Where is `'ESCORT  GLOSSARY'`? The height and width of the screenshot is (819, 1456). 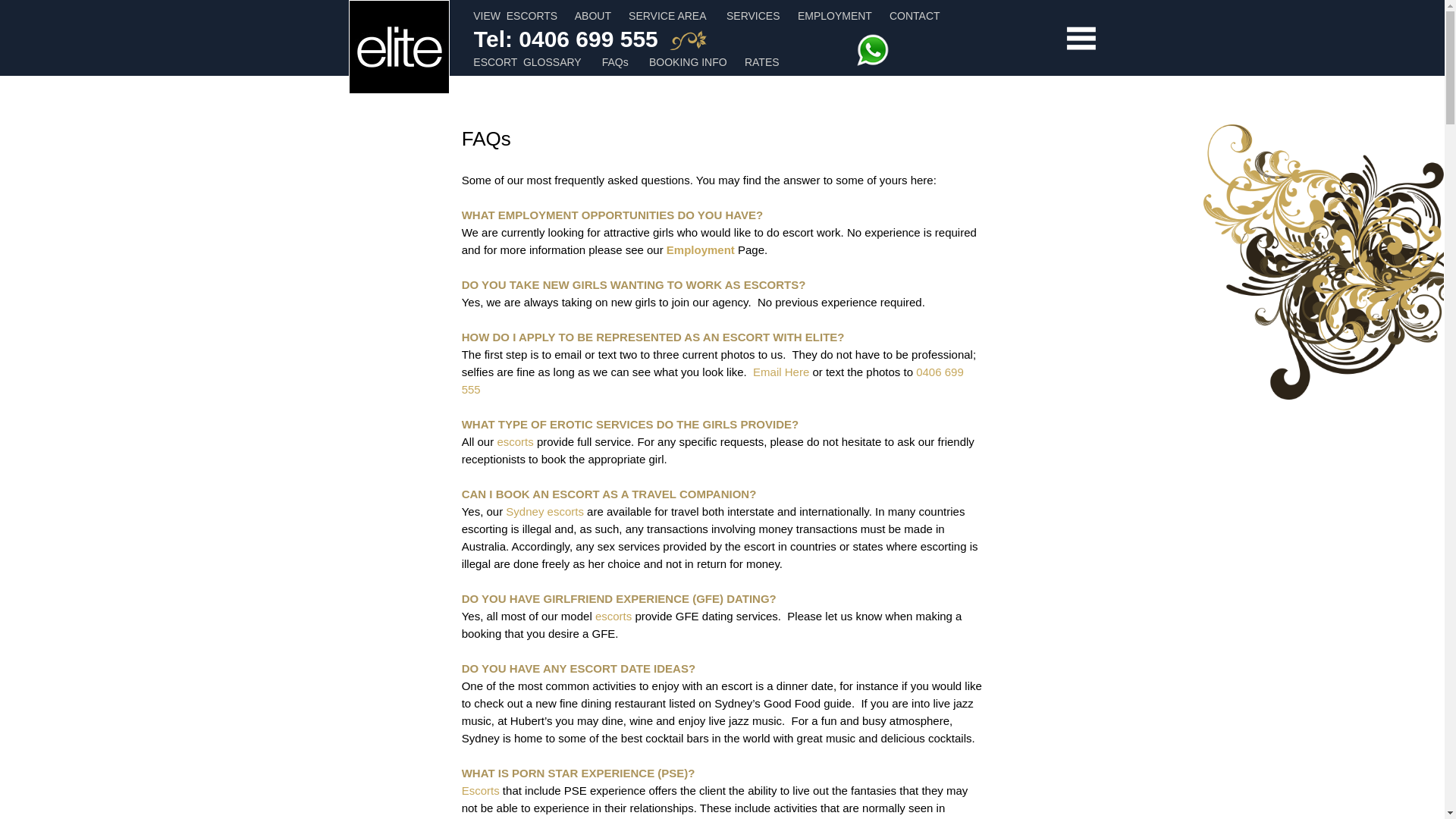
'ESCORT  GLOSSARY' is located at coordinates (472, 61).